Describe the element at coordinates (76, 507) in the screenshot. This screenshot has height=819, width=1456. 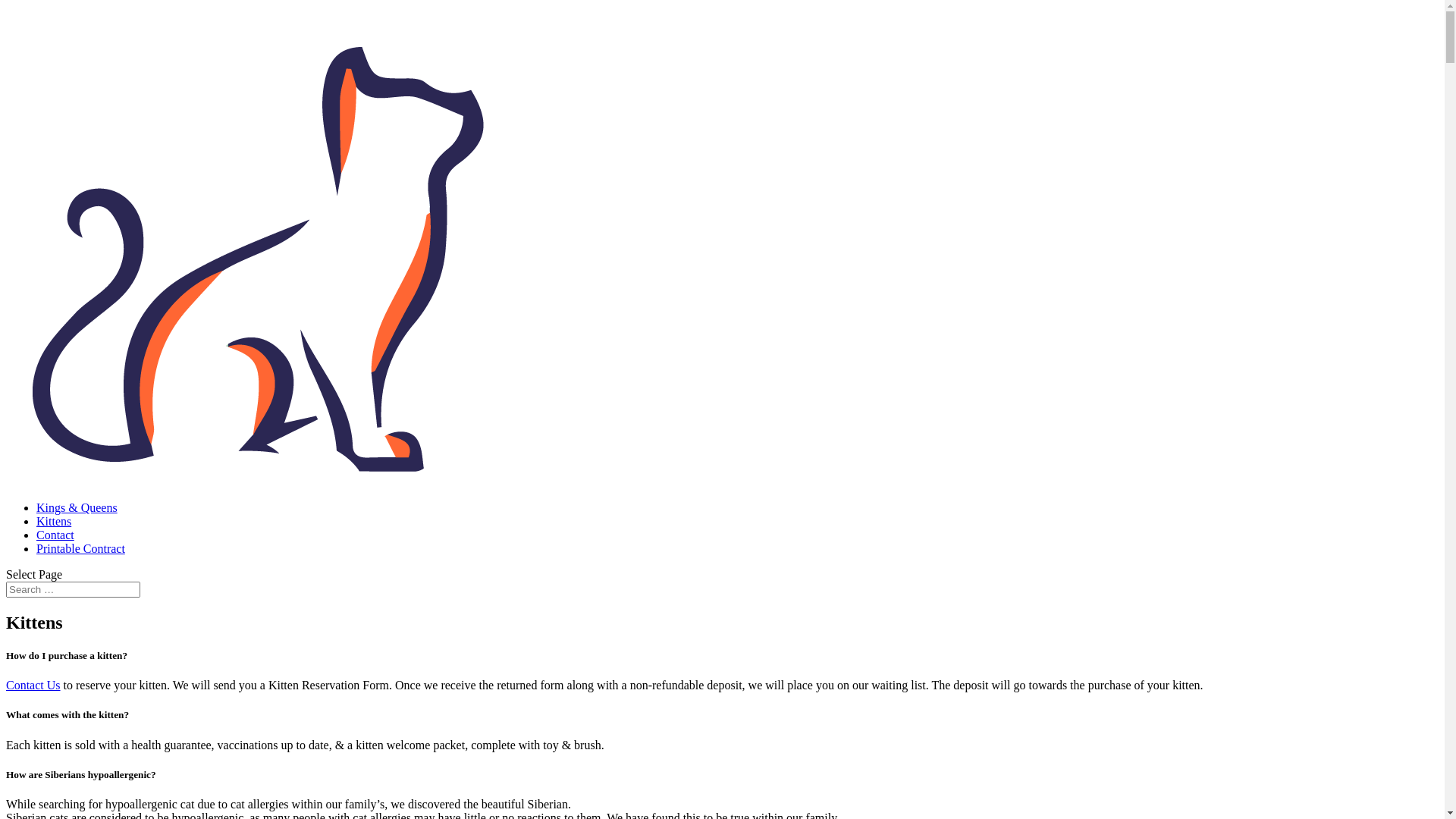
I see `'Kings & Queens'` at that location.